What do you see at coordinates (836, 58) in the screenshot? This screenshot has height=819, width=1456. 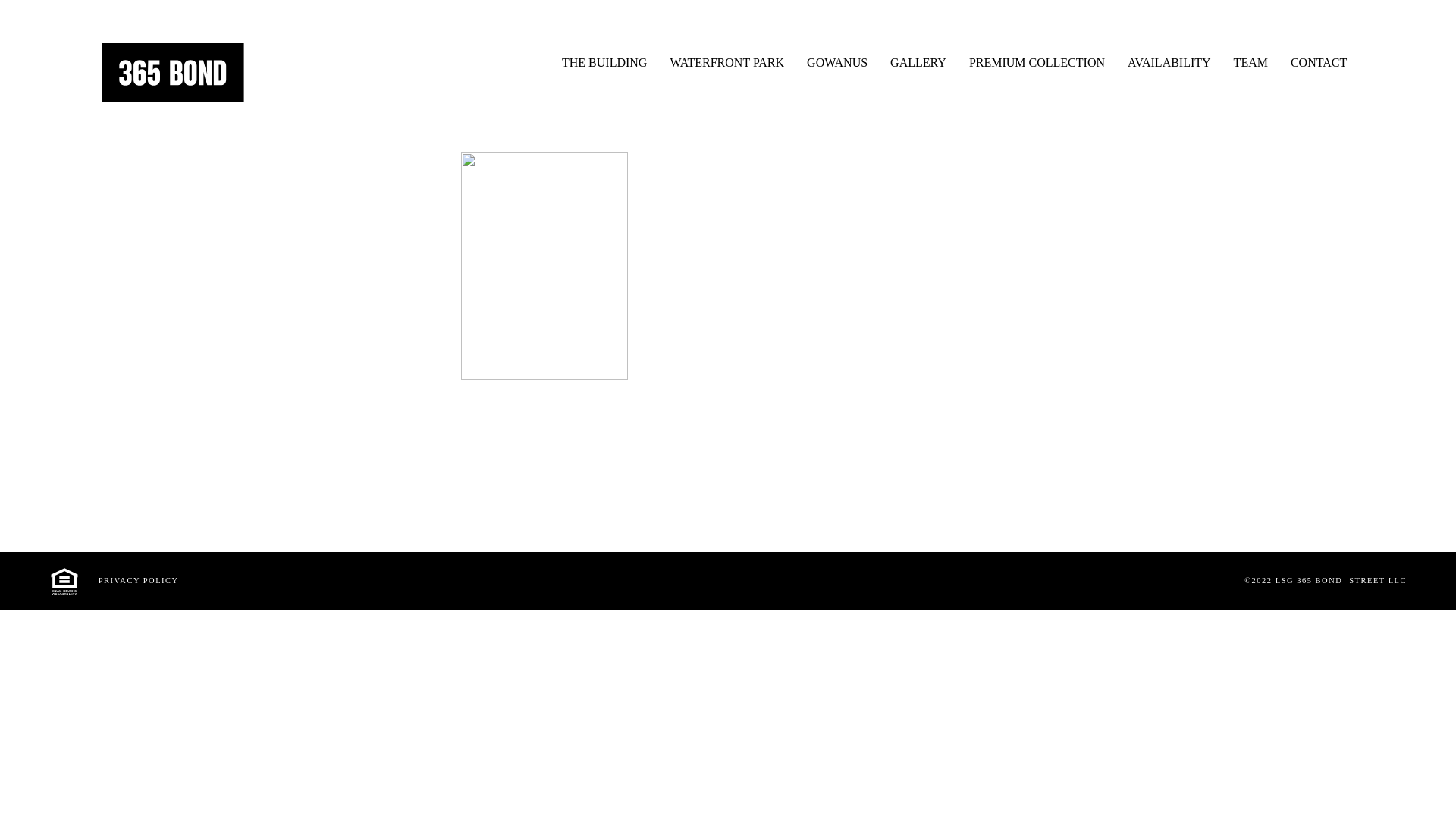 I see `'GOWANUS'` at bounding box center [836, 58].